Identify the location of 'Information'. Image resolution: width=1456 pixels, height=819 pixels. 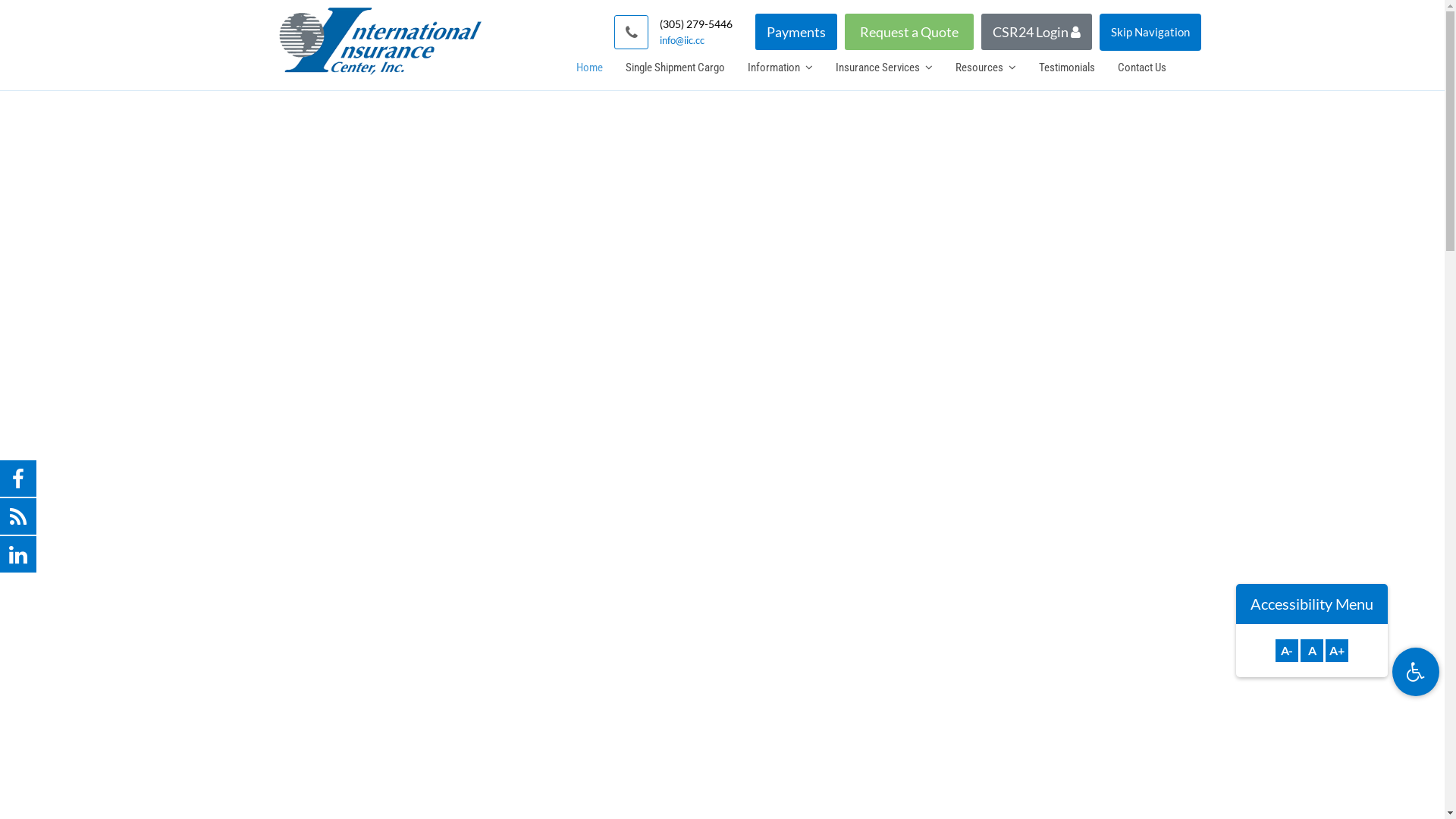
(779, 66).